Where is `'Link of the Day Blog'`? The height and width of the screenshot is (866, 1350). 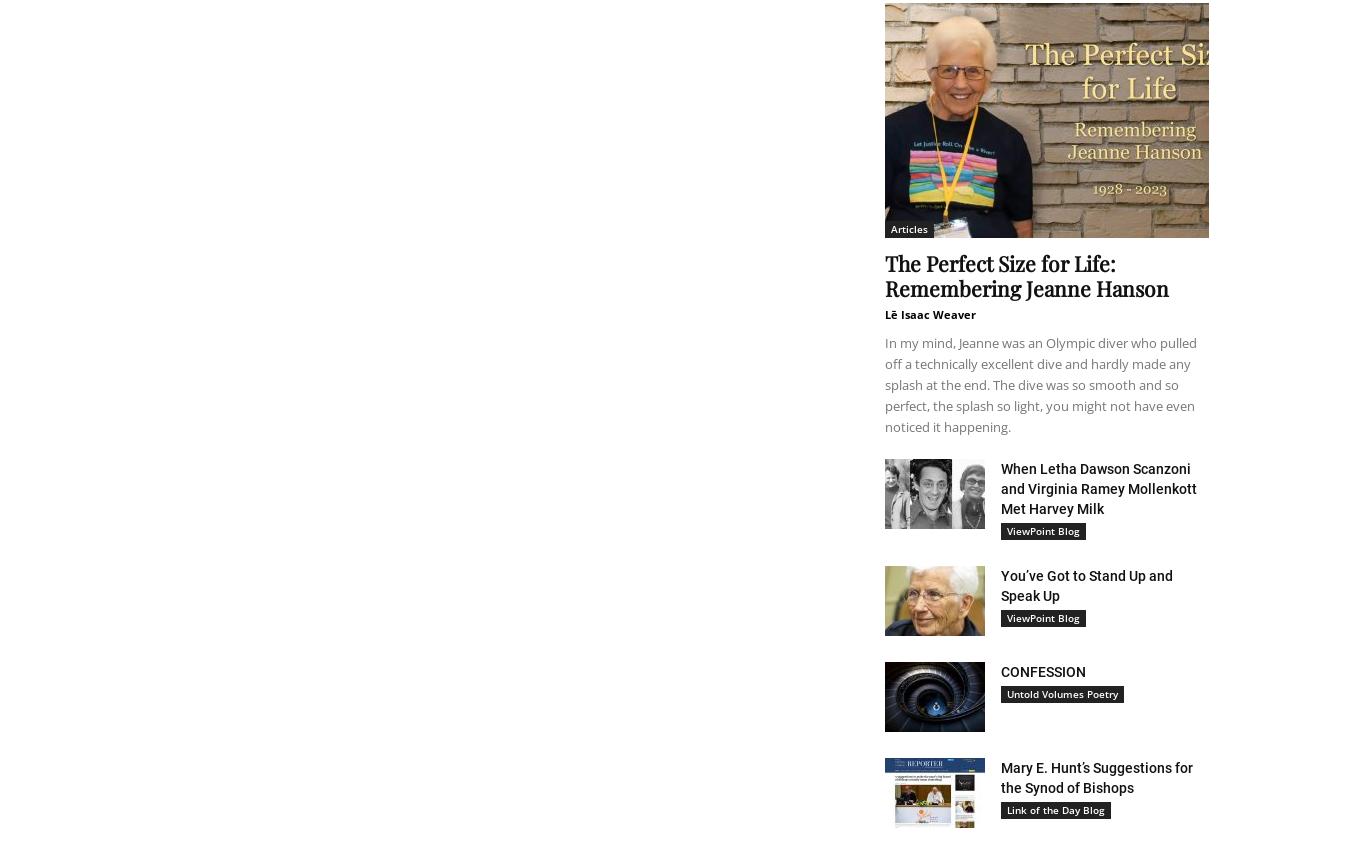
'Link of the Day Blog' is located at coordinates (1055, 808).